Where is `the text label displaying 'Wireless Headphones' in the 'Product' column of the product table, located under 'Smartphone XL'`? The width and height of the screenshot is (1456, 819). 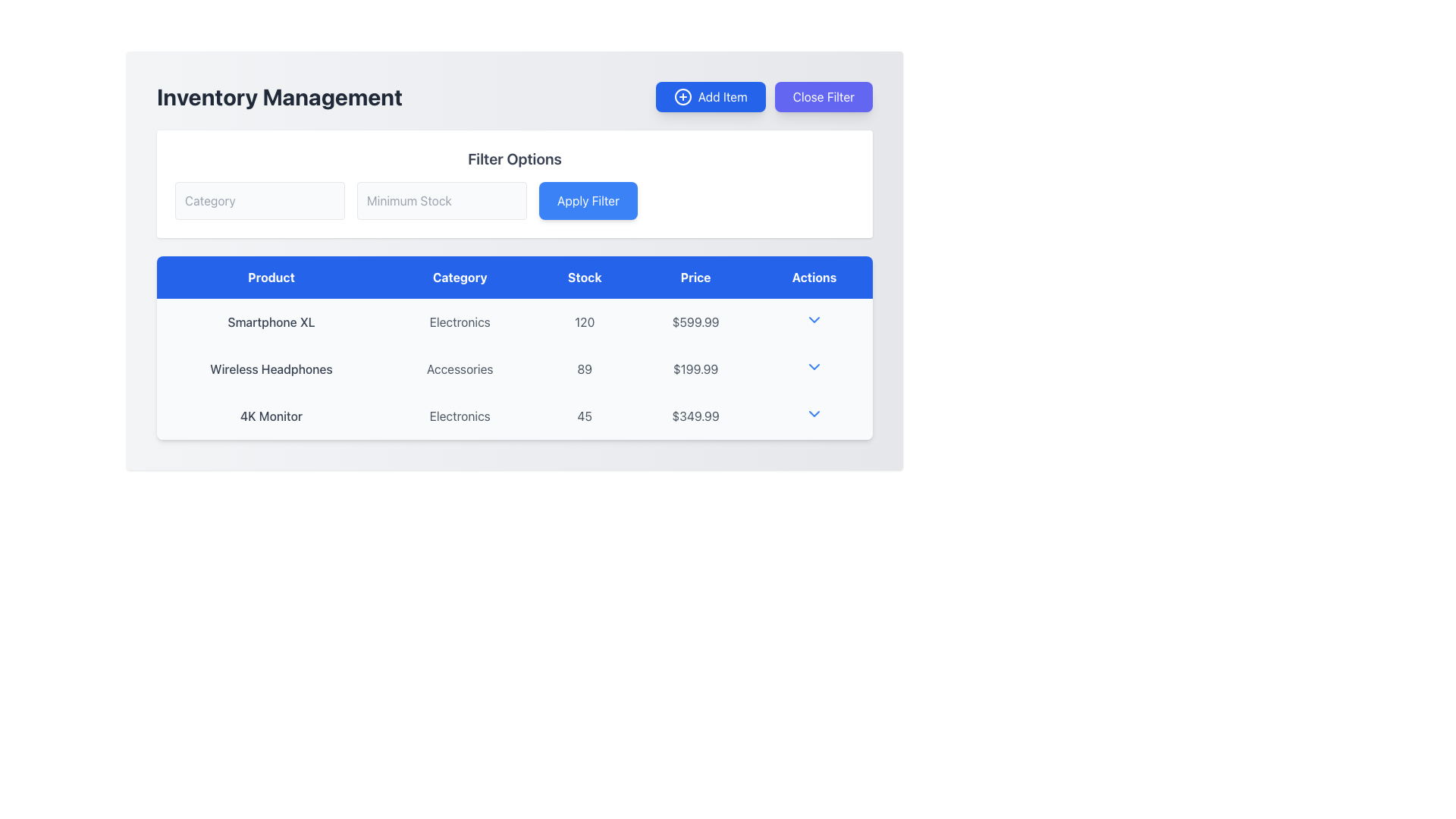
the text label displaying 'Wireless Headphones' in the 'Product' column of the product table, located under 'Smartphone XL' is located at coordinates (271, 369).